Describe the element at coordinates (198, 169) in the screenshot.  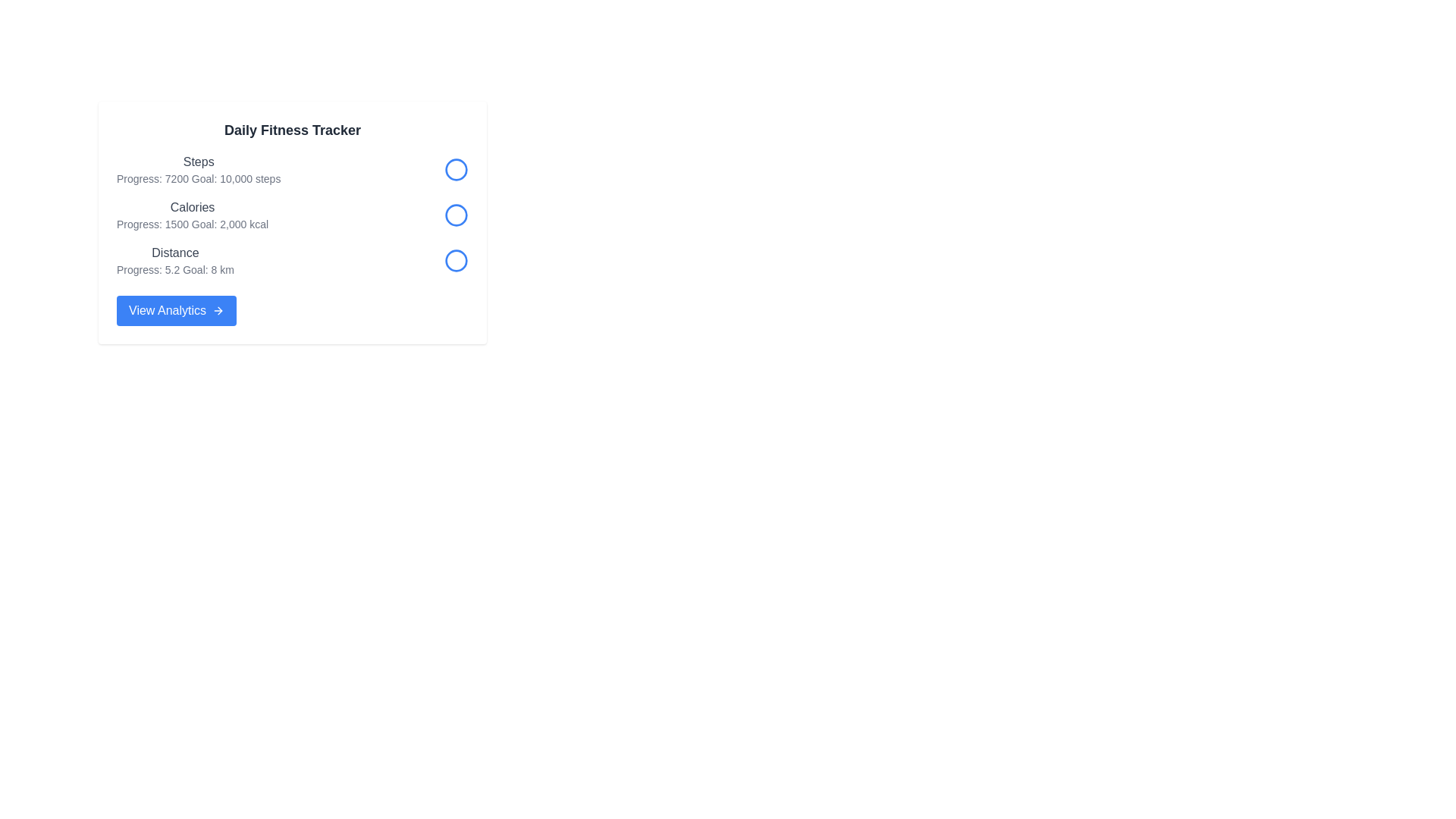
I see `the 'Steps' text display element that shows progress information in a fitness tracker interface` at that location.